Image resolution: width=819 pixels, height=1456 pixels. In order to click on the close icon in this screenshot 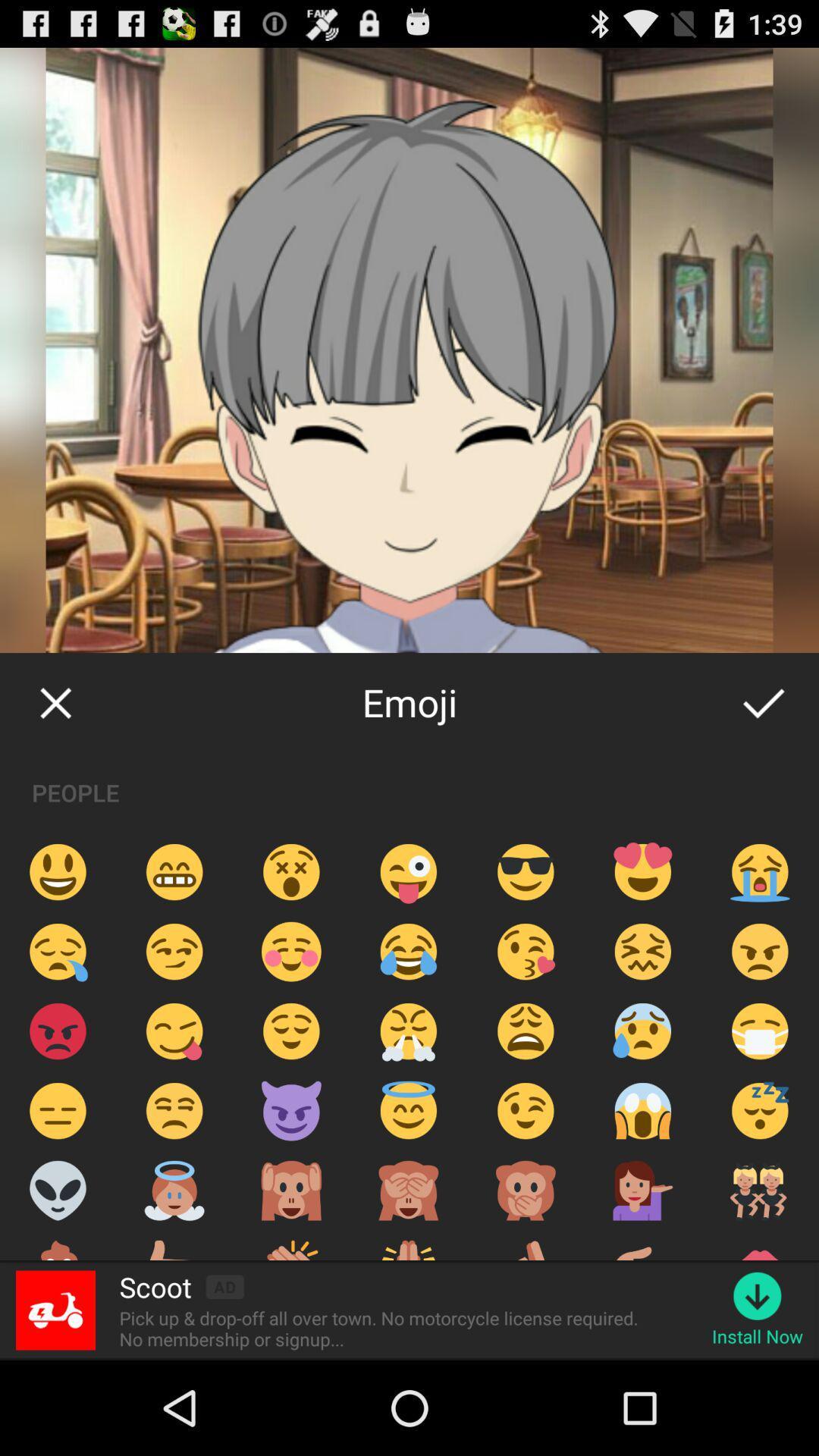, I will do `click(55, 752)`.